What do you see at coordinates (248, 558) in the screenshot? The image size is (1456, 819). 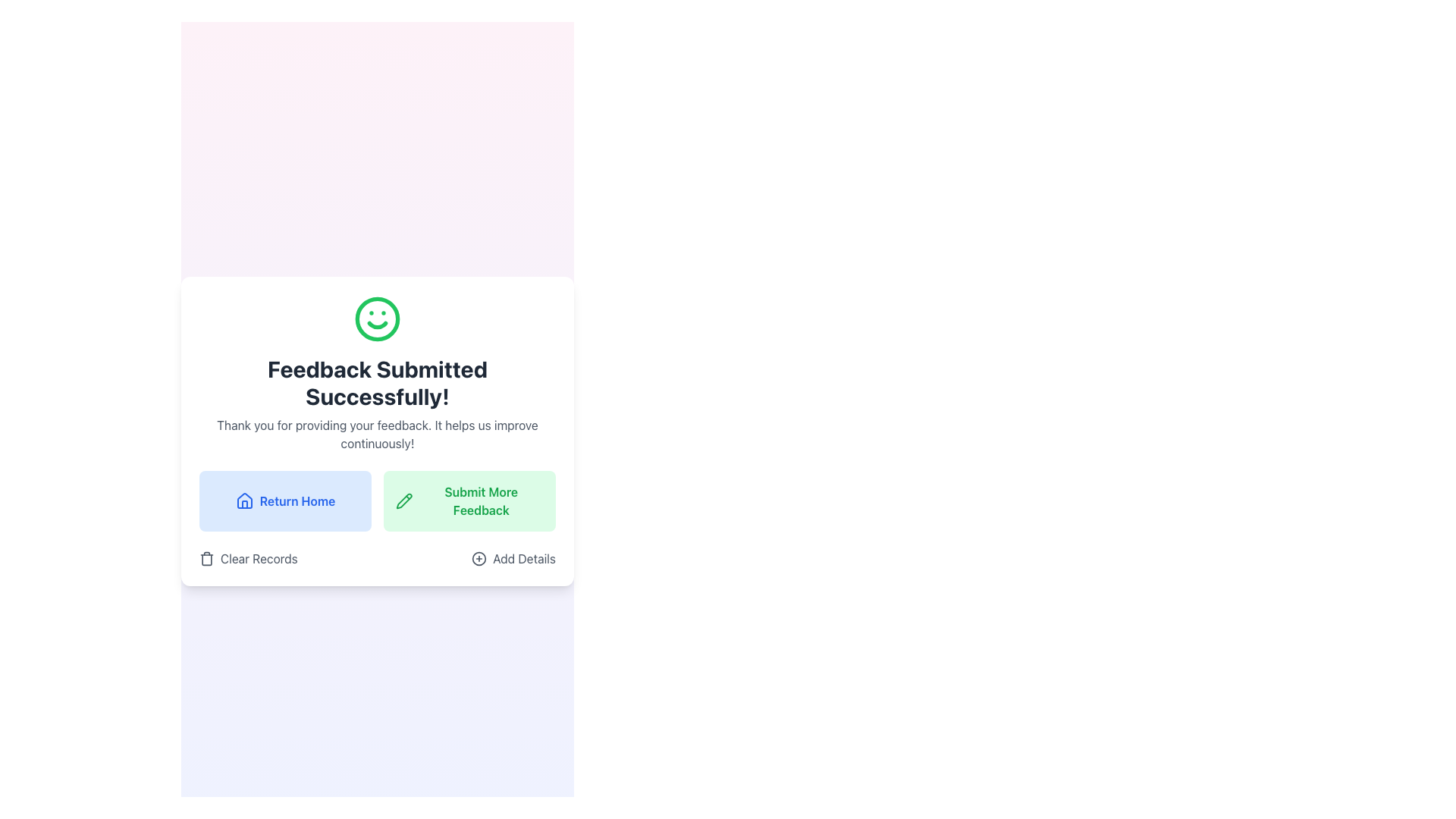 I see `the clear records button located in the bottom row of the card-like interface, positioned to the left of 'Add Details'` at bounding box center [248, 558].